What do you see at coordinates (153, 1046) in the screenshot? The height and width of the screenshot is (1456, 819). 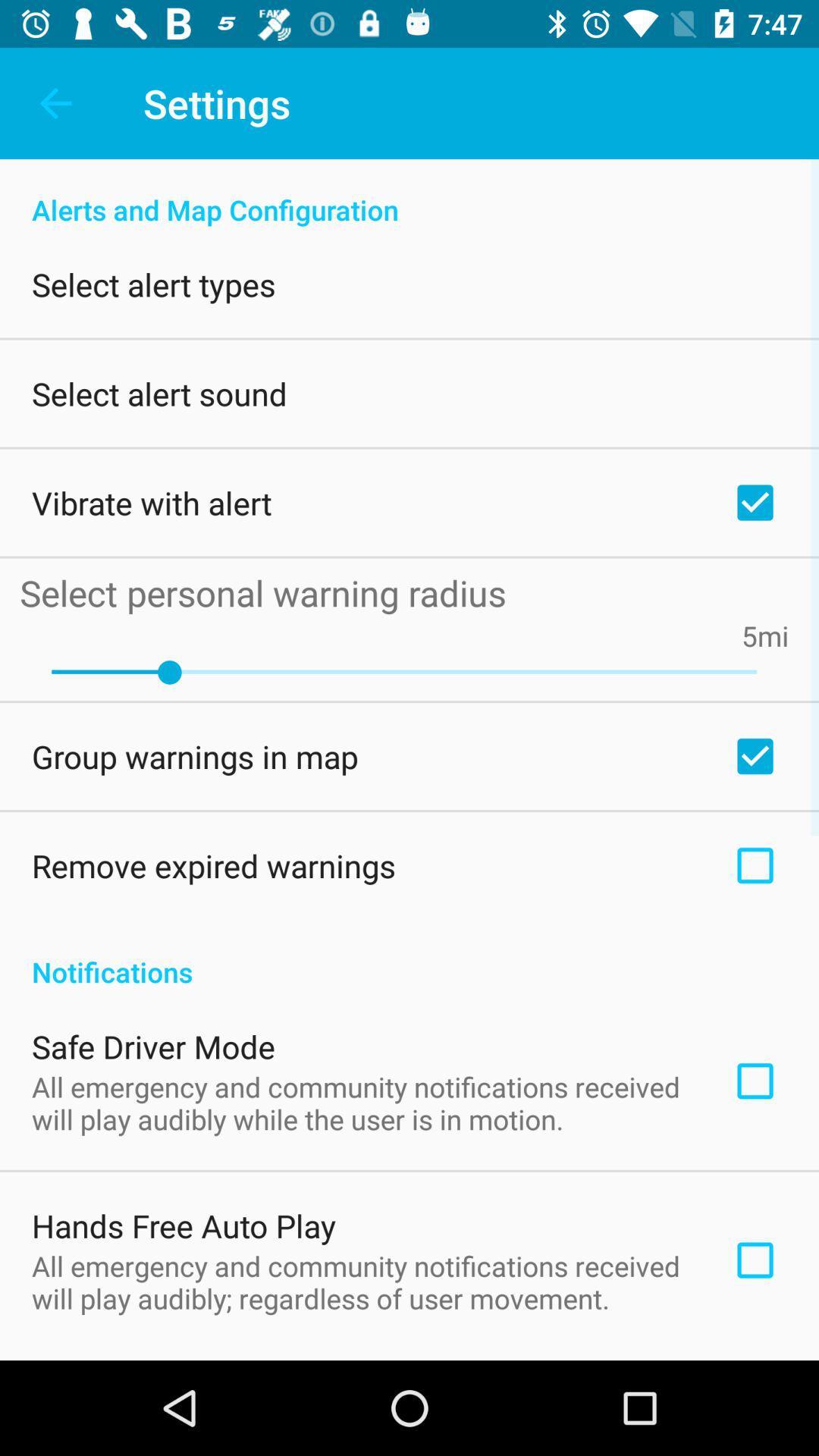 I see `app above the all emergency and` at bounding box center [153, 1046].